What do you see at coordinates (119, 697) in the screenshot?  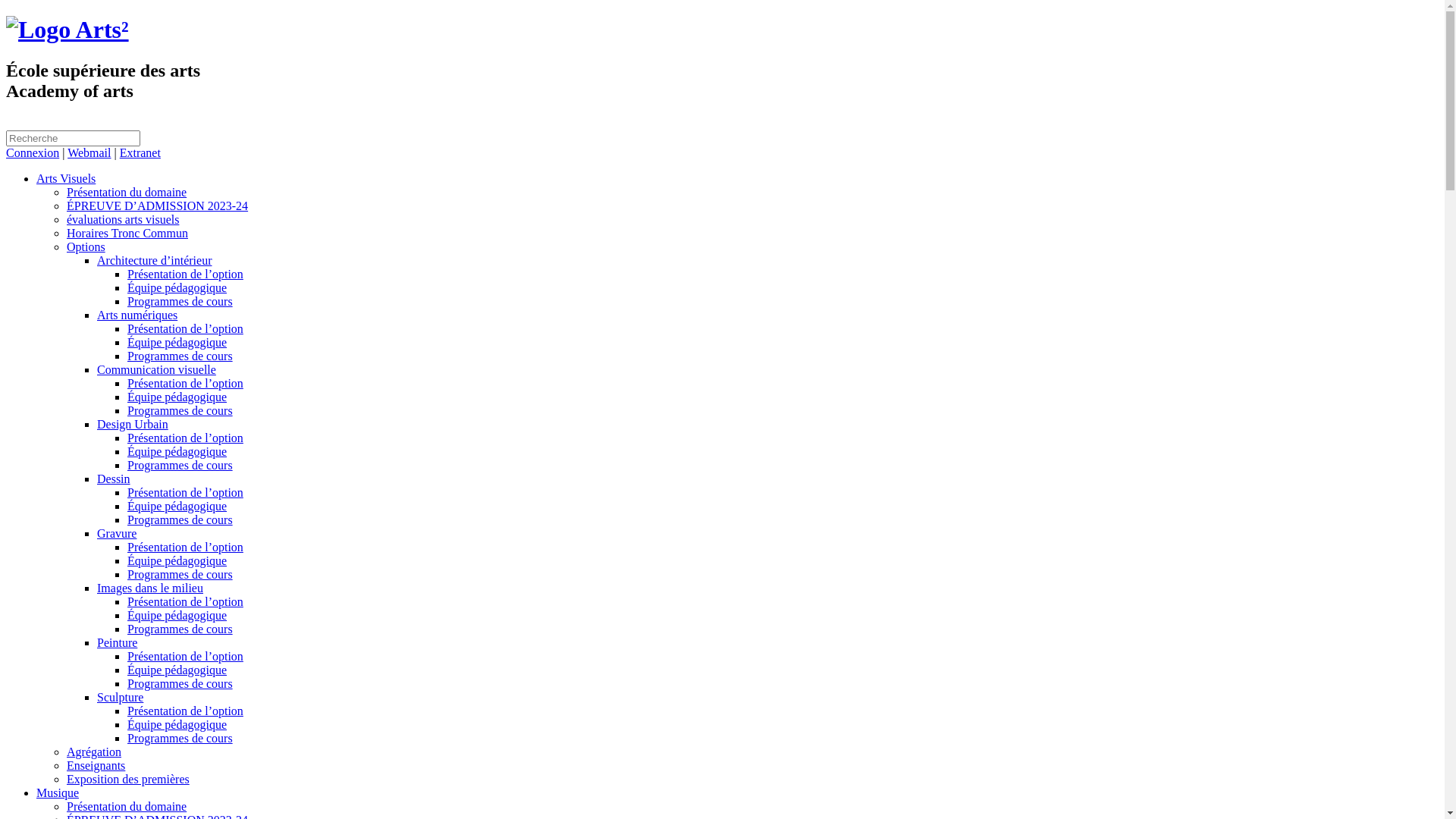 I see `'Sculpture'` at bounding box center [119, 697].